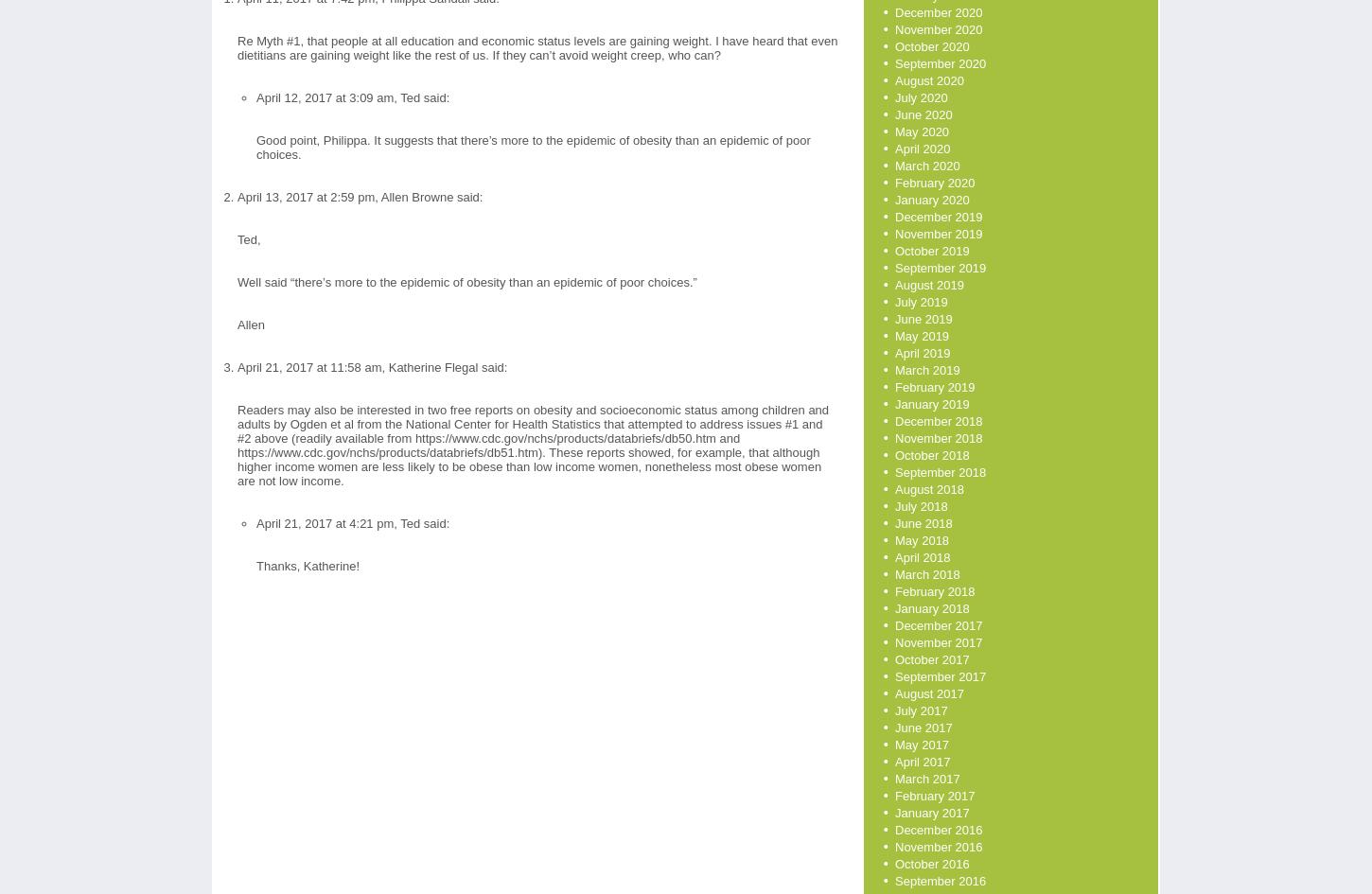  What do you see at coordinates (922, 557) in the screenshot?
I see `'April 2018'` at bounding box center [922, 557].